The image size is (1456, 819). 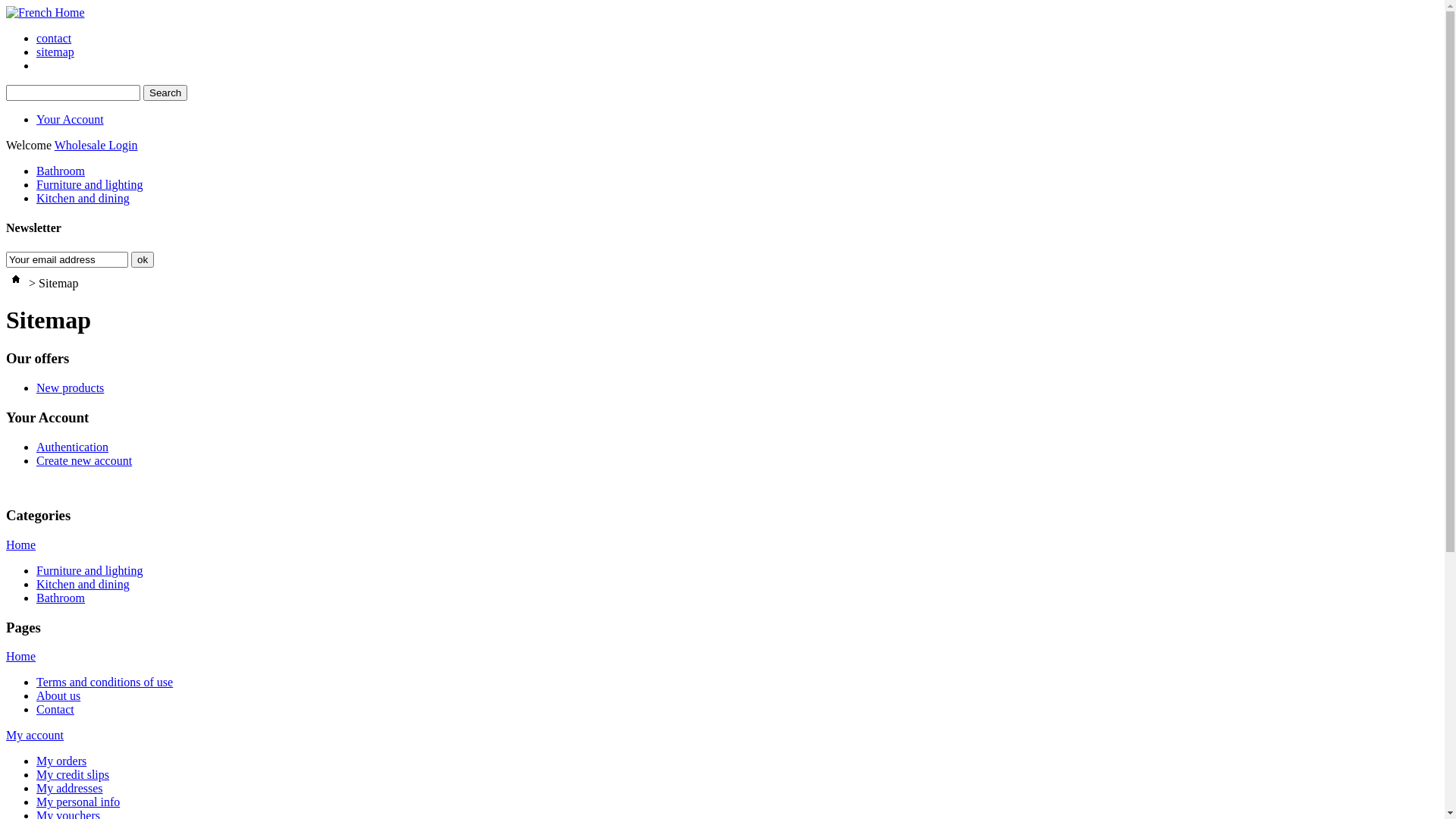 What do you see at coordinates (36, 51) in the screenshot?
I see `'sitemap'` at bounding box center [36, 51].